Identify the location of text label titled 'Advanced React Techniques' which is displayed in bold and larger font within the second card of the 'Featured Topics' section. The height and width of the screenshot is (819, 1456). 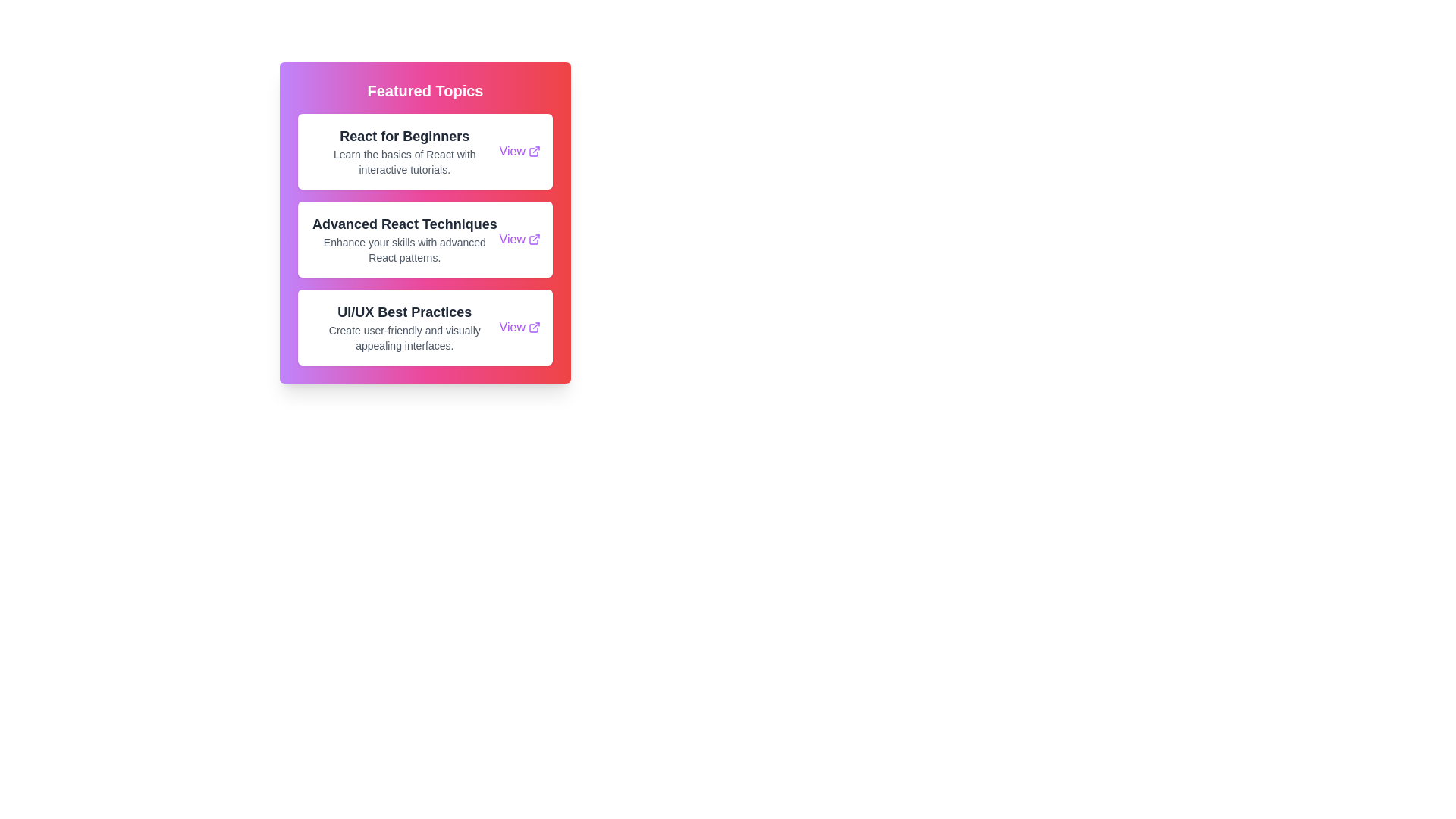
(404, 224).